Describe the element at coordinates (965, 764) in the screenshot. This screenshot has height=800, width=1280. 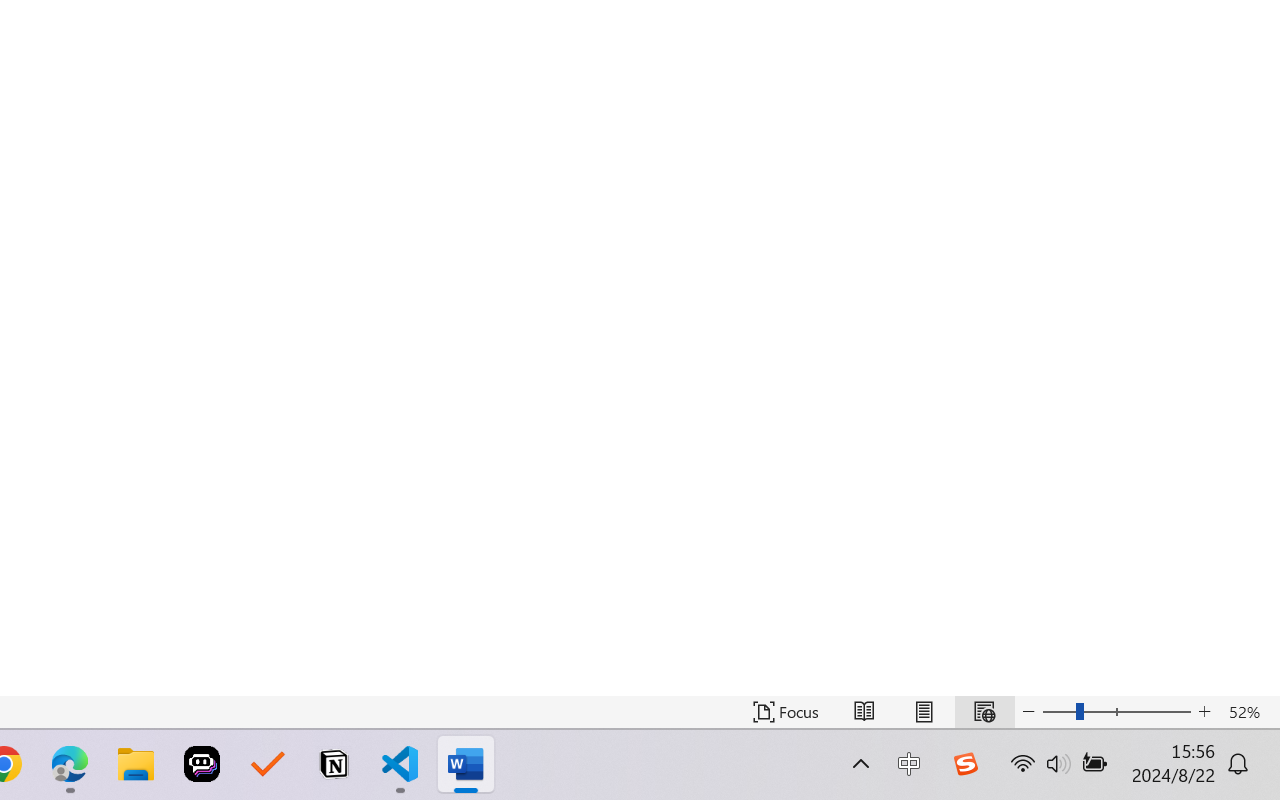
I see `'Class: Image'` at that location.